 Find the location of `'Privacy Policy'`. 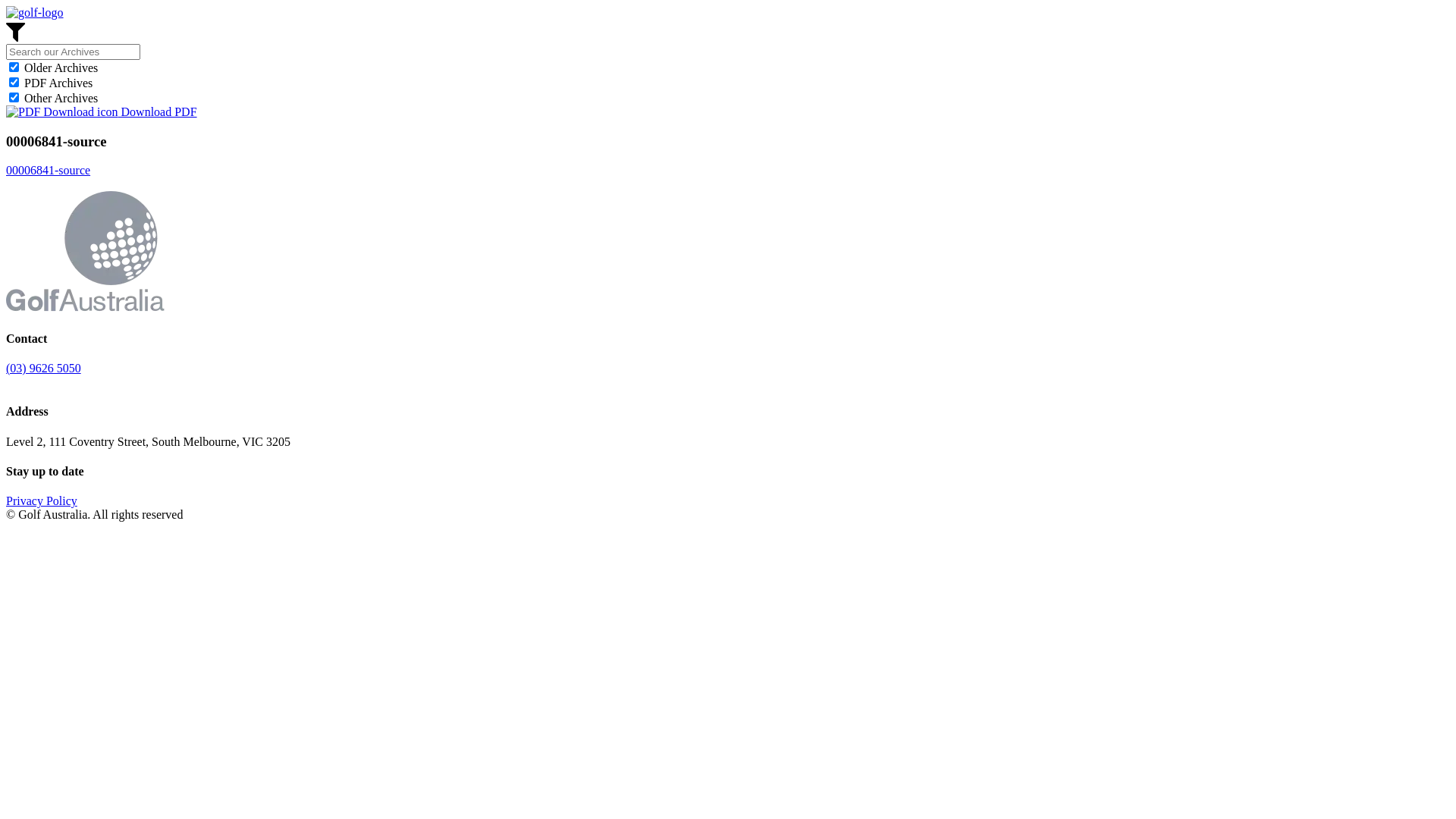

'Privacy Policy' is located at coordinates (41, 500).